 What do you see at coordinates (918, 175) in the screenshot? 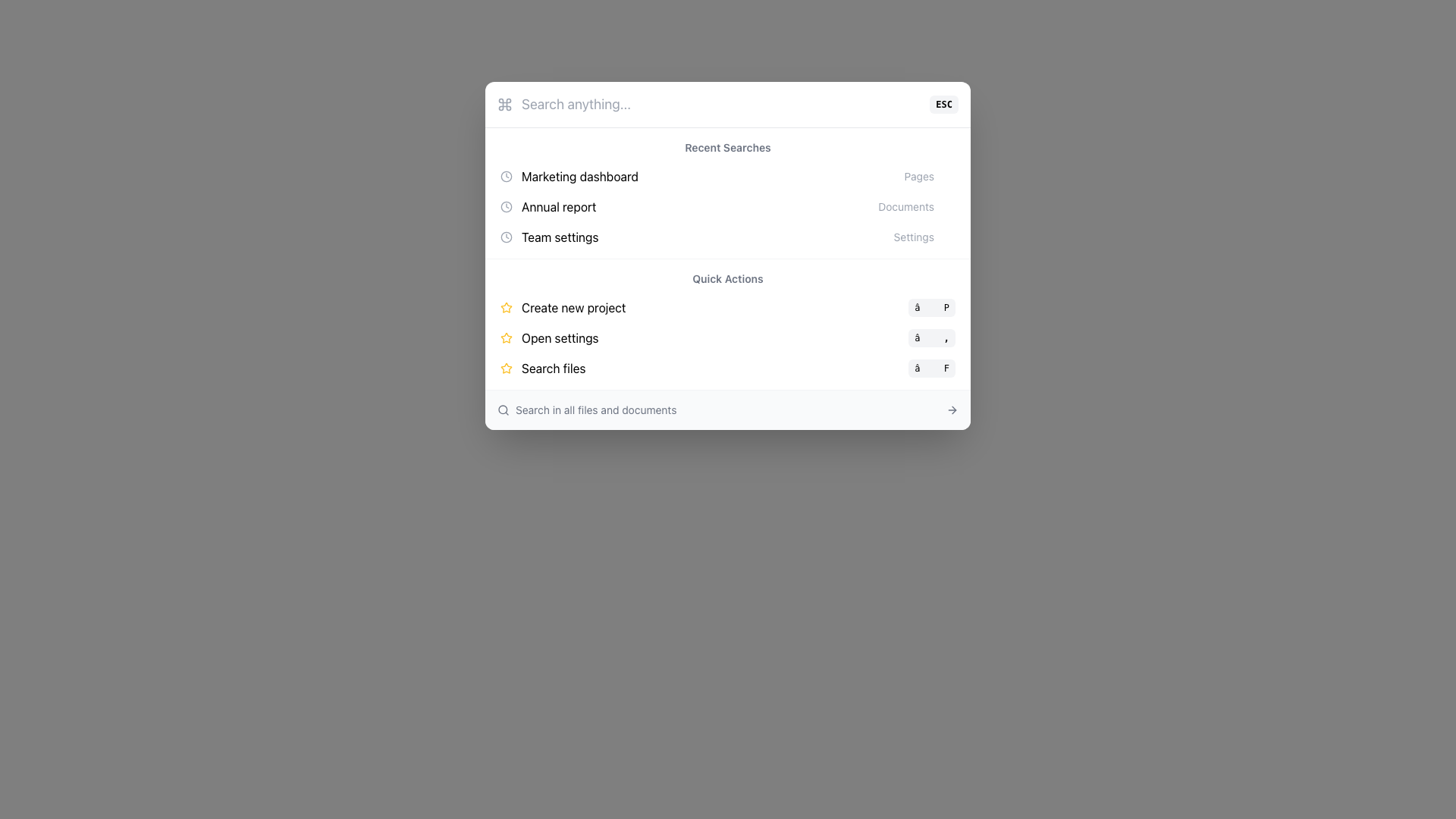
I see `the Text label that serves as a descriptor for the 'Marketing dashboard' entry, located on the right side of the group` at bounding box center [918, 175].